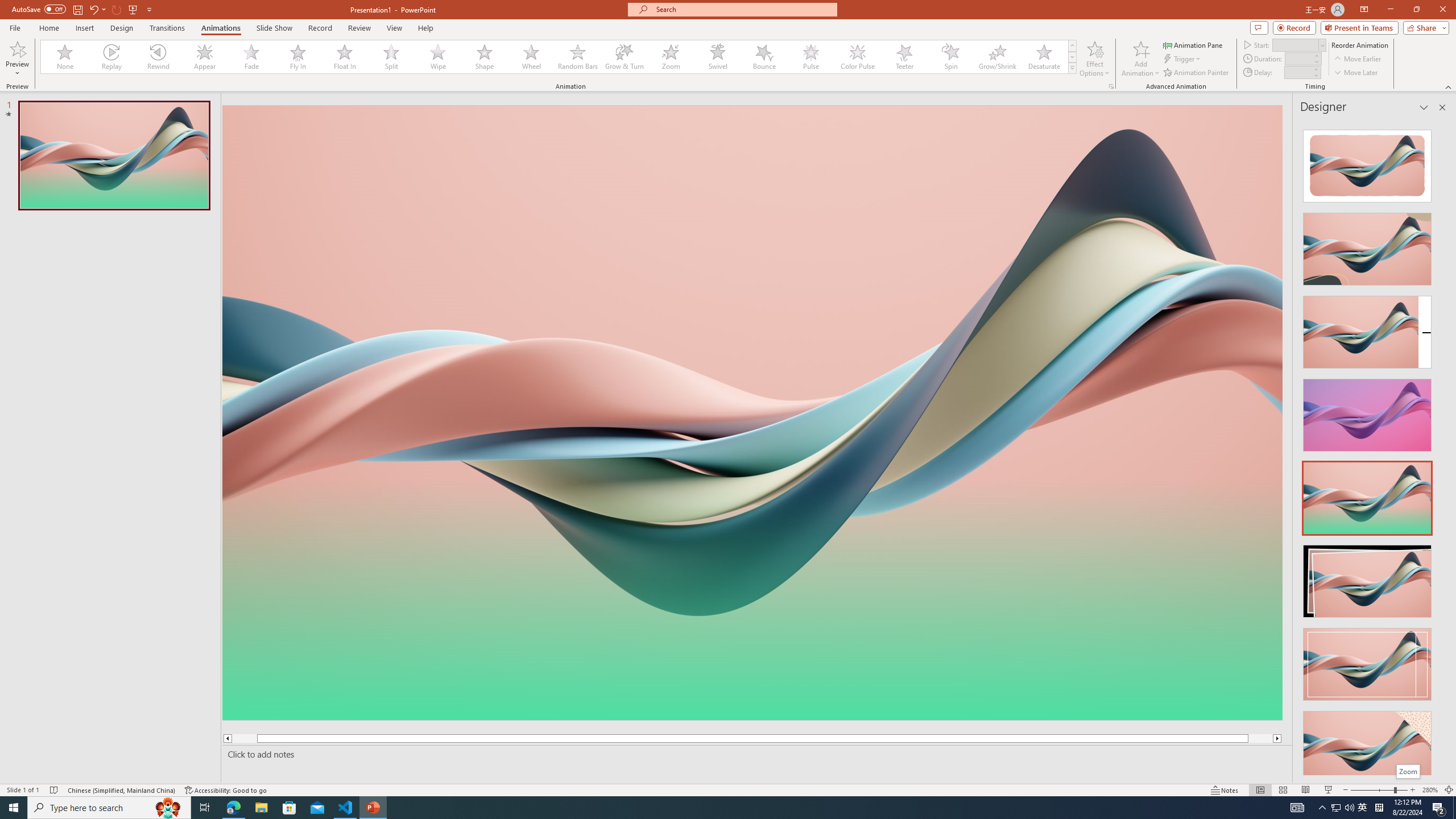 The width and height of the screenshot is (1456, 819). What do you see at coordinates (717, 56) in the screenshot?
I see `'Swivel'` at bounding box center [717, 56].